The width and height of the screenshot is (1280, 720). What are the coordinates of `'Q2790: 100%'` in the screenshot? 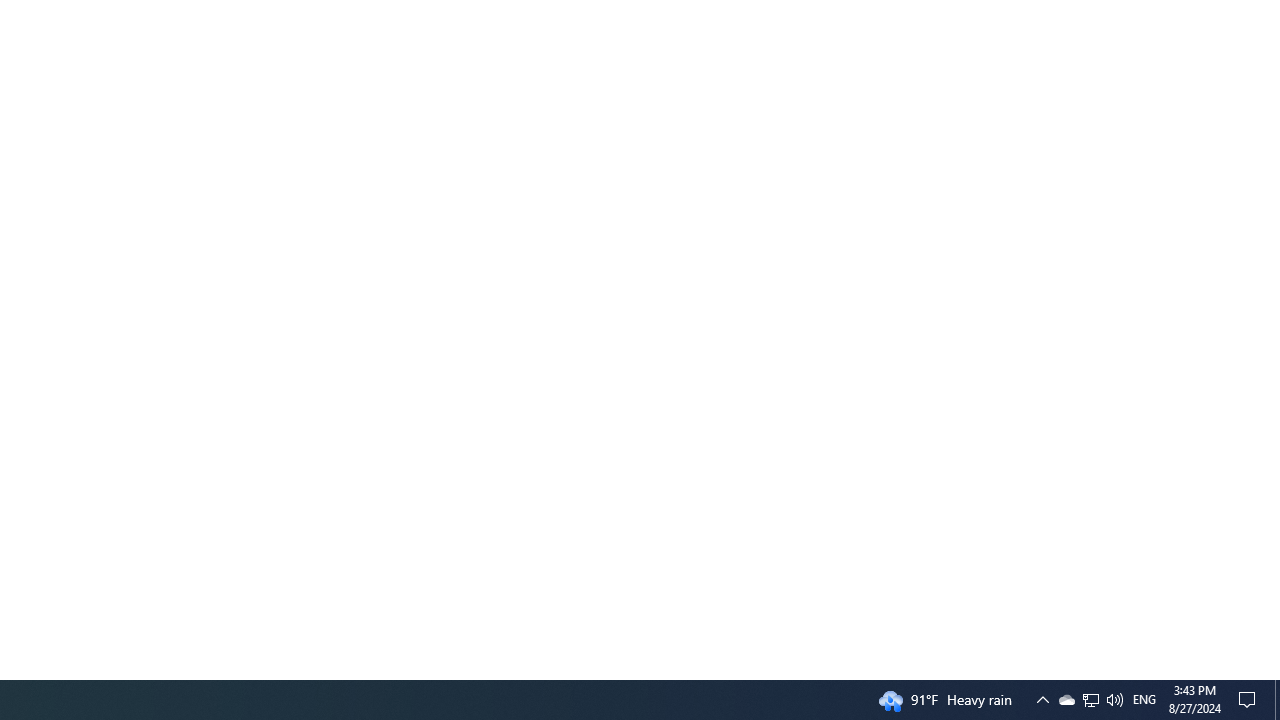 It's located at (1113, 698).